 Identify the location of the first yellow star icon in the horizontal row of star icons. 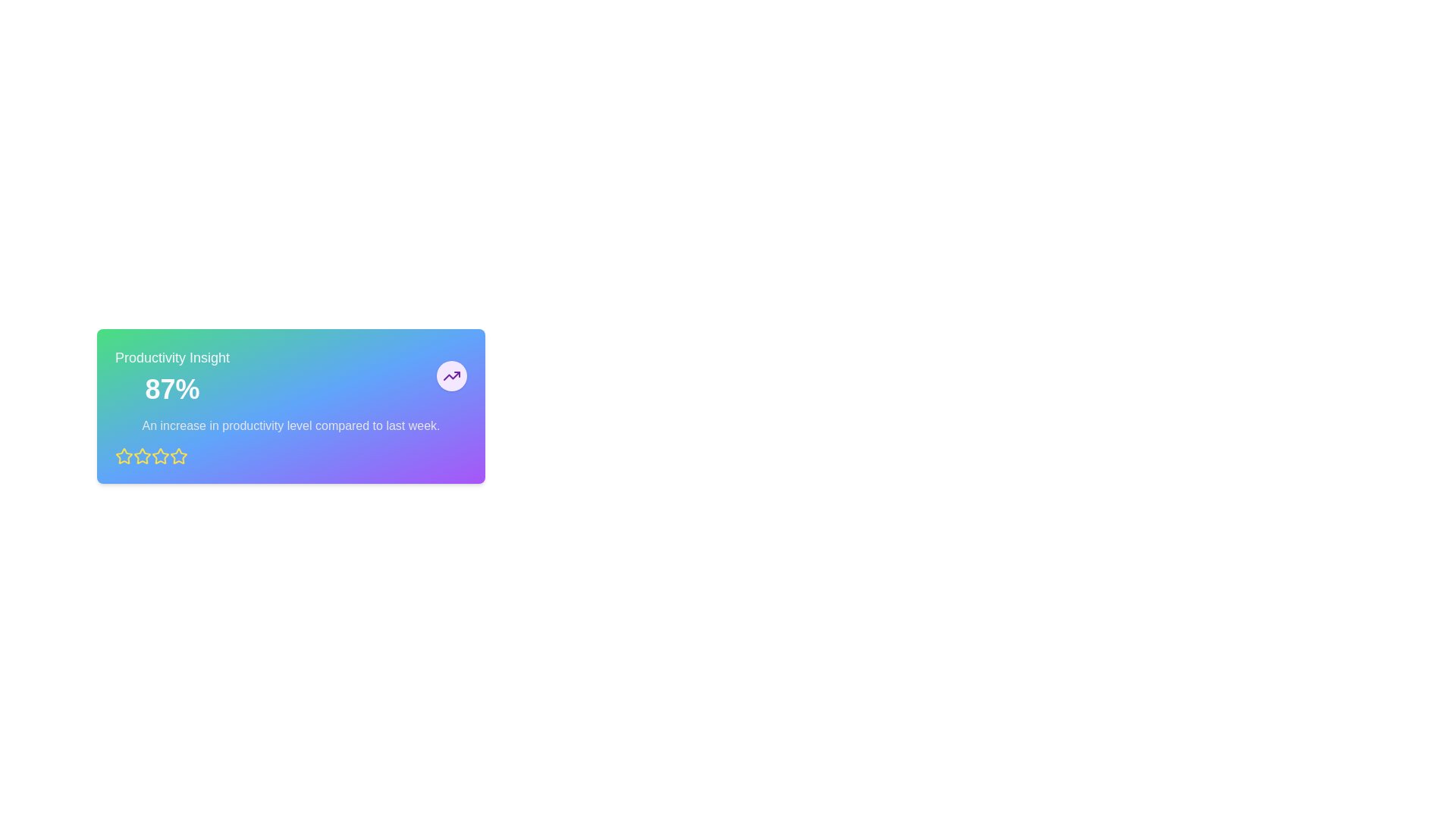
(124, 455).